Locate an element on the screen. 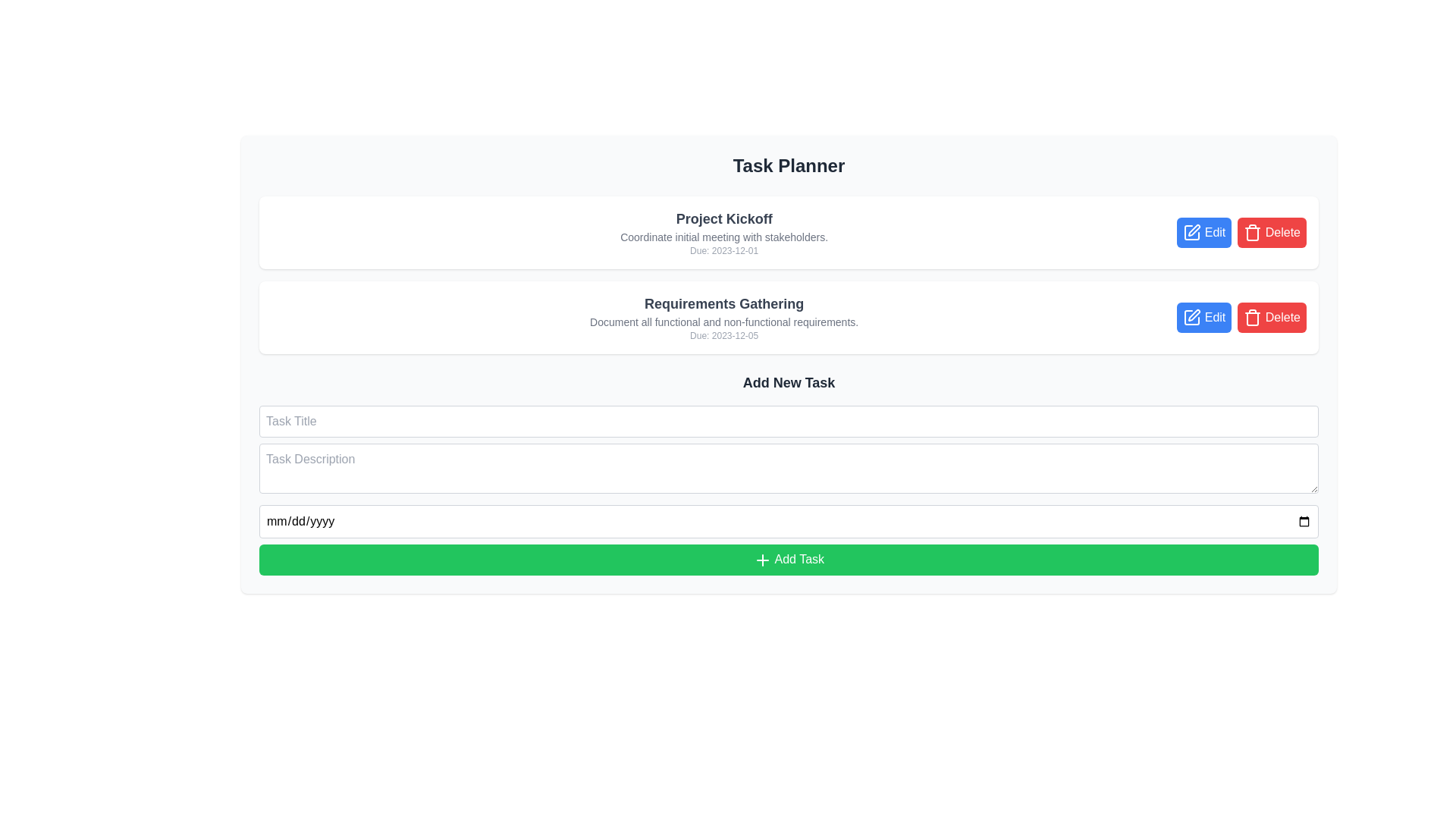 Image resolution: width=1456 pixels, height=819 pixels. the green 'Add Task' button, which features white text and a '+' icon, located centrally below three input fields is located at coordinates (789, 560).